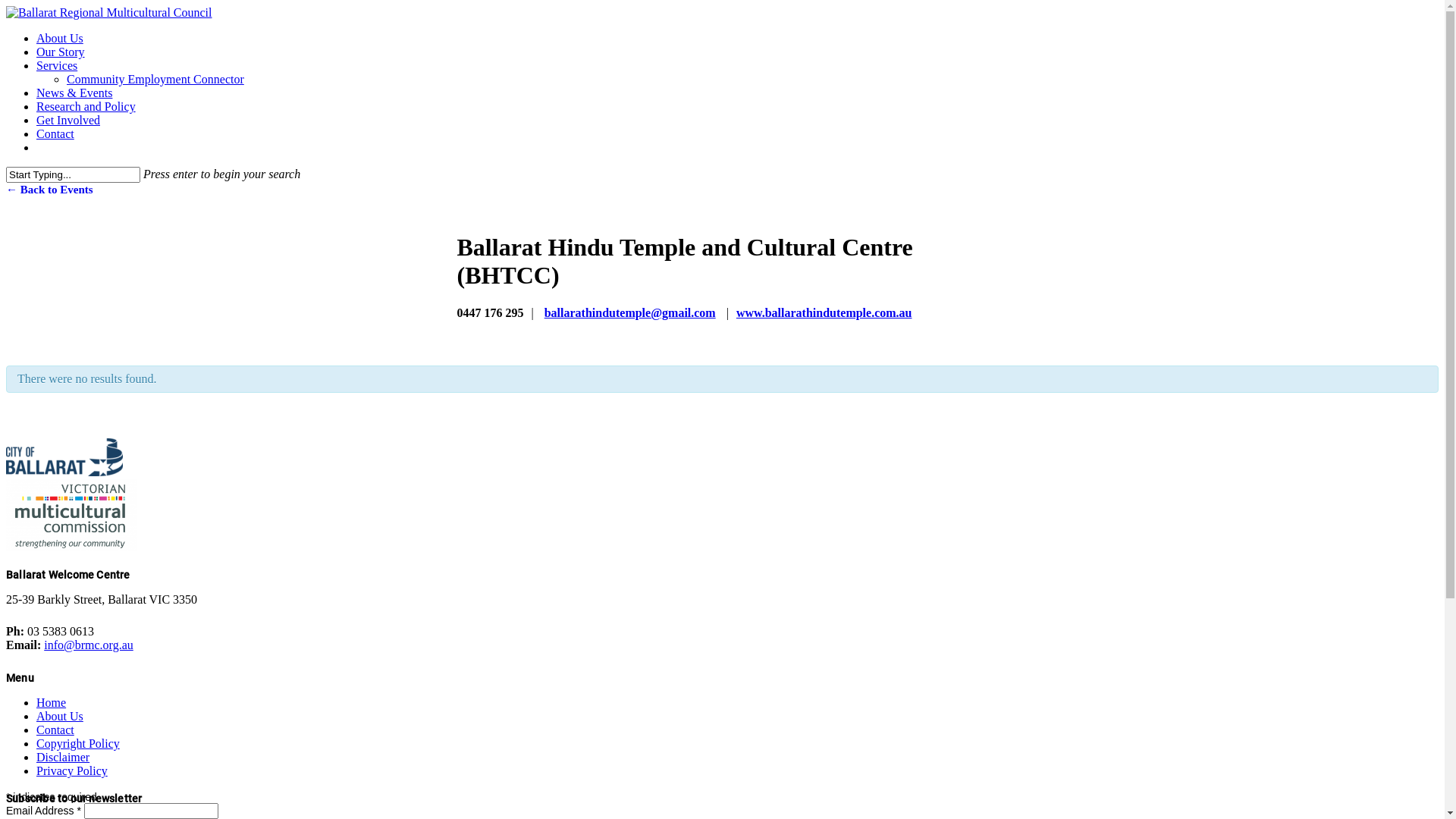 The image size is (1456, 819). I want to click on 'Contact', so click(55, 133).